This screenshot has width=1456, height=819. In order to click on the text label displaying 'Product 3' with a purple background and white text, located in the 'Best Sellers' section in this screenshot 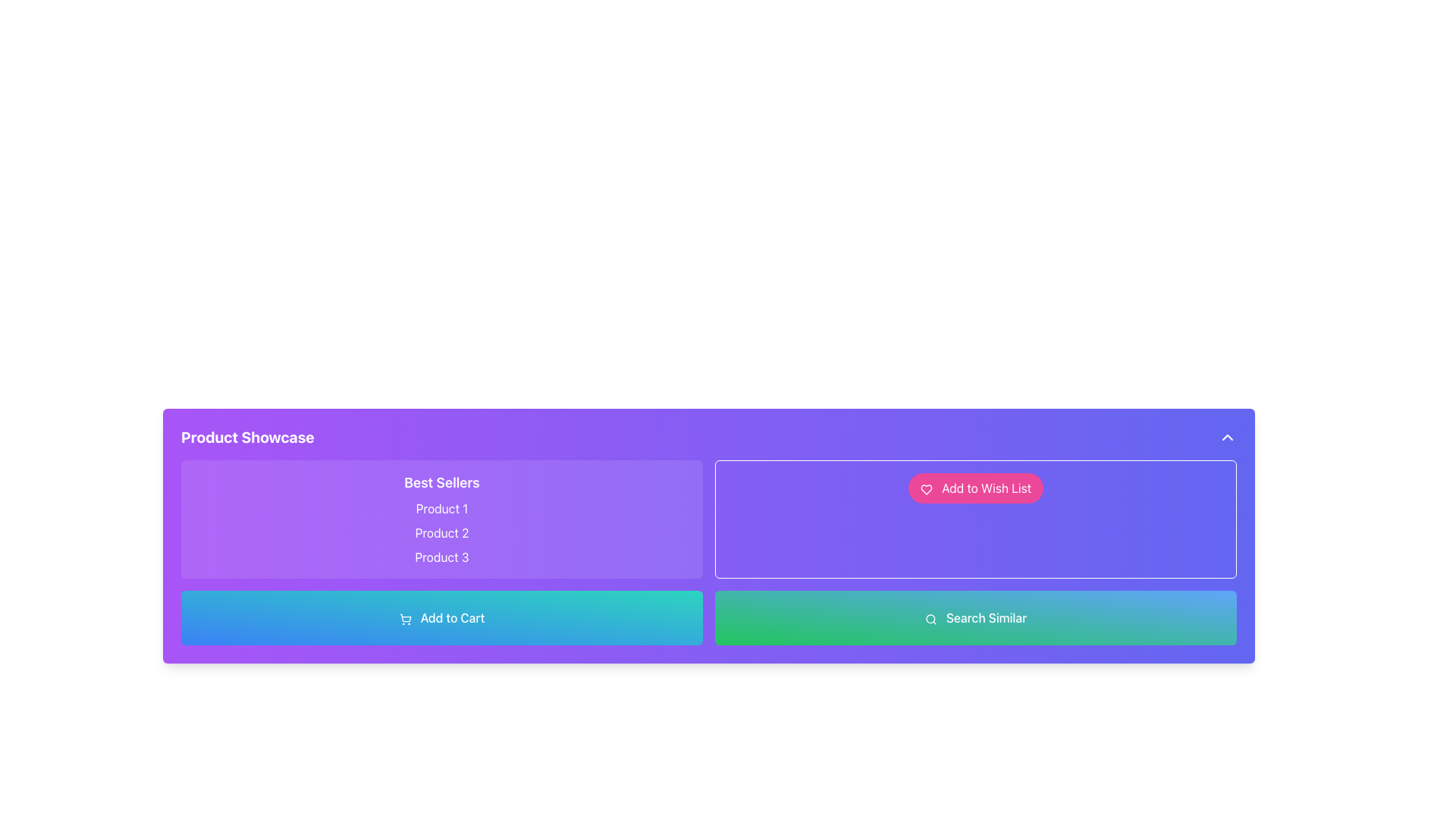, I will do `click(441, 557)`.